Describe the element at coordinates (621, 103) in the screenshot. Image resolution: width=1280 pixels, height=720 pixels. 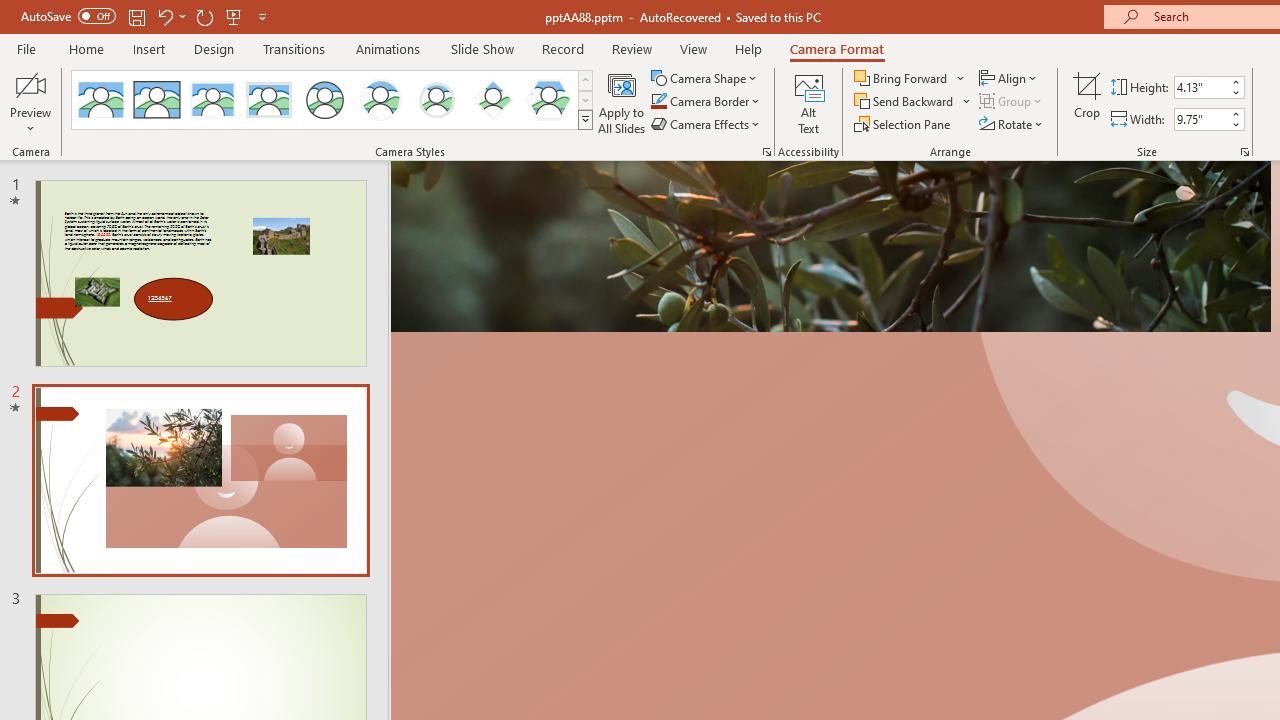
I see `'Apply to All Slides'` at that location.